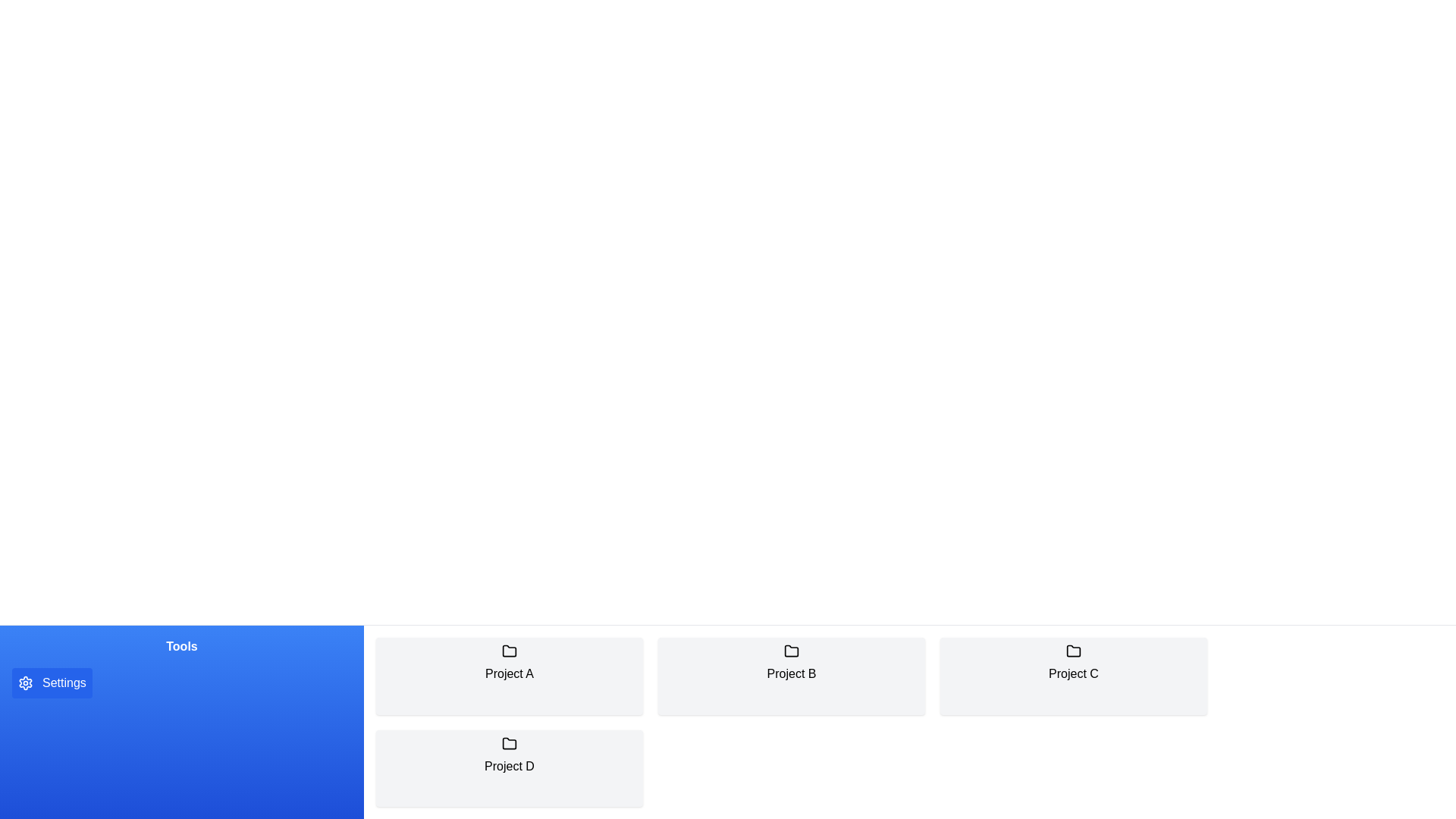 Image resolution: width=1456 pixels, height=819 pixels. I want to click on the minimalistic black and white folder icon located at the top center of the 'Project D' card, which is the fourth card in the grid layout, so click(510, 742).